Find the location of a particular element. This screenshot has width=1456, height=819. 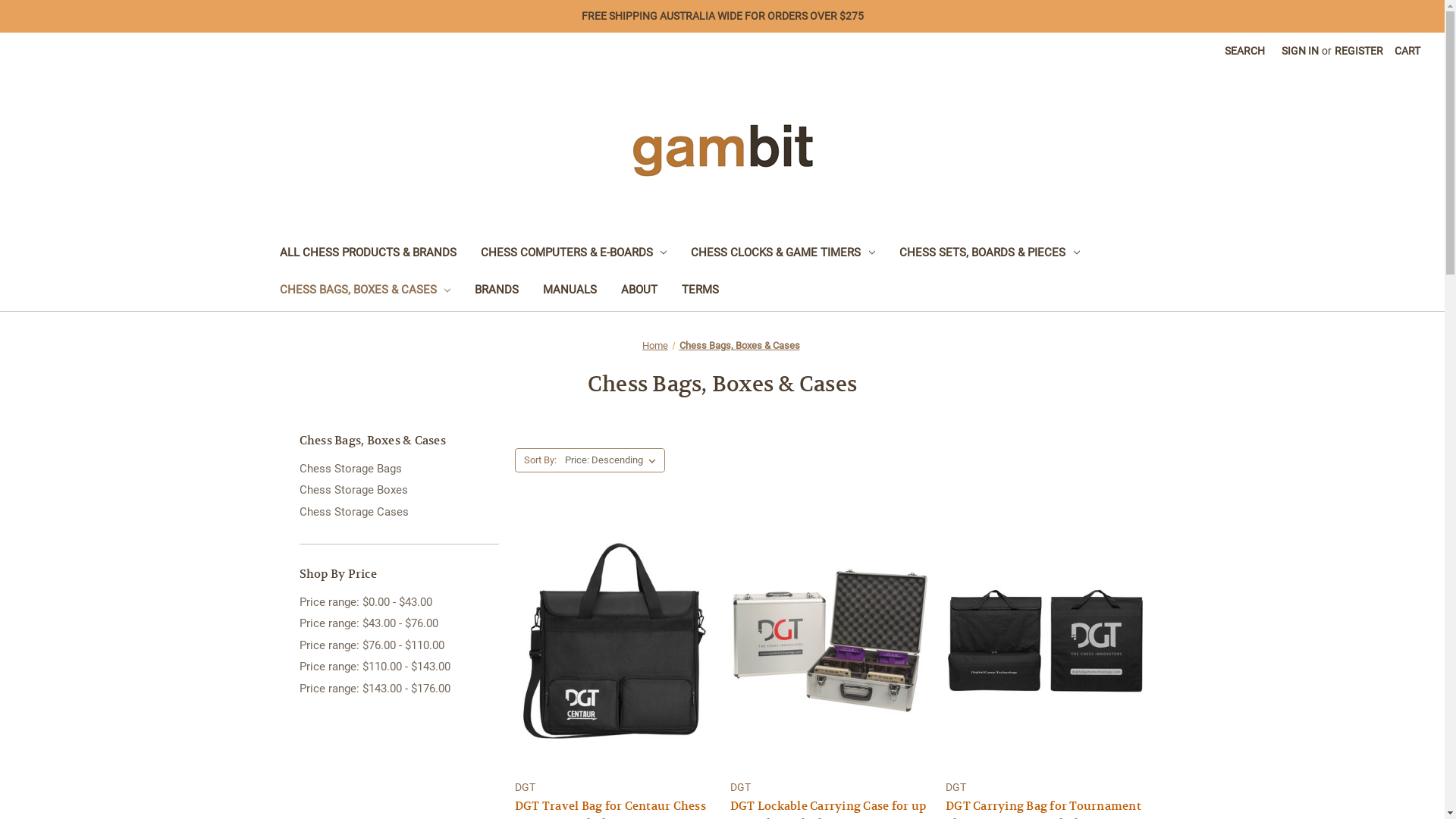

'CHESS COMPUTERS & E-BOARDS' is located at coordinates (573, 253).